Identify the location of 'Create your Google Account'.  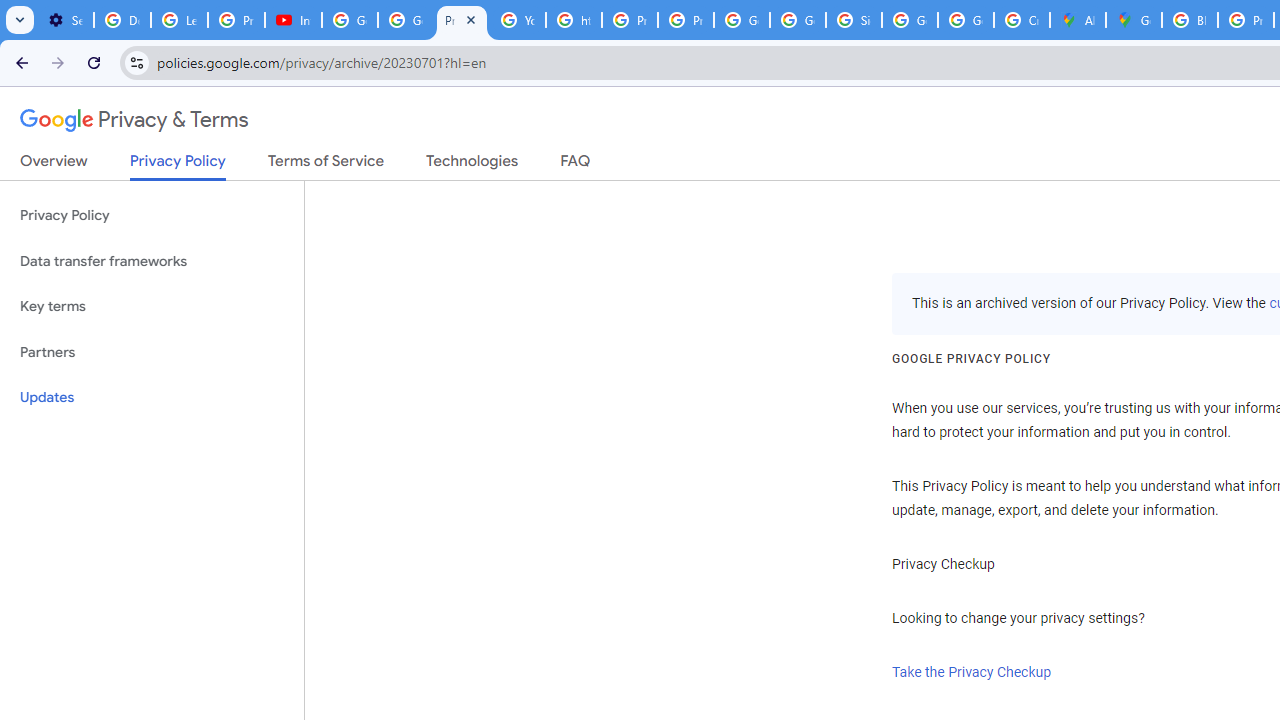
(1022, 20).